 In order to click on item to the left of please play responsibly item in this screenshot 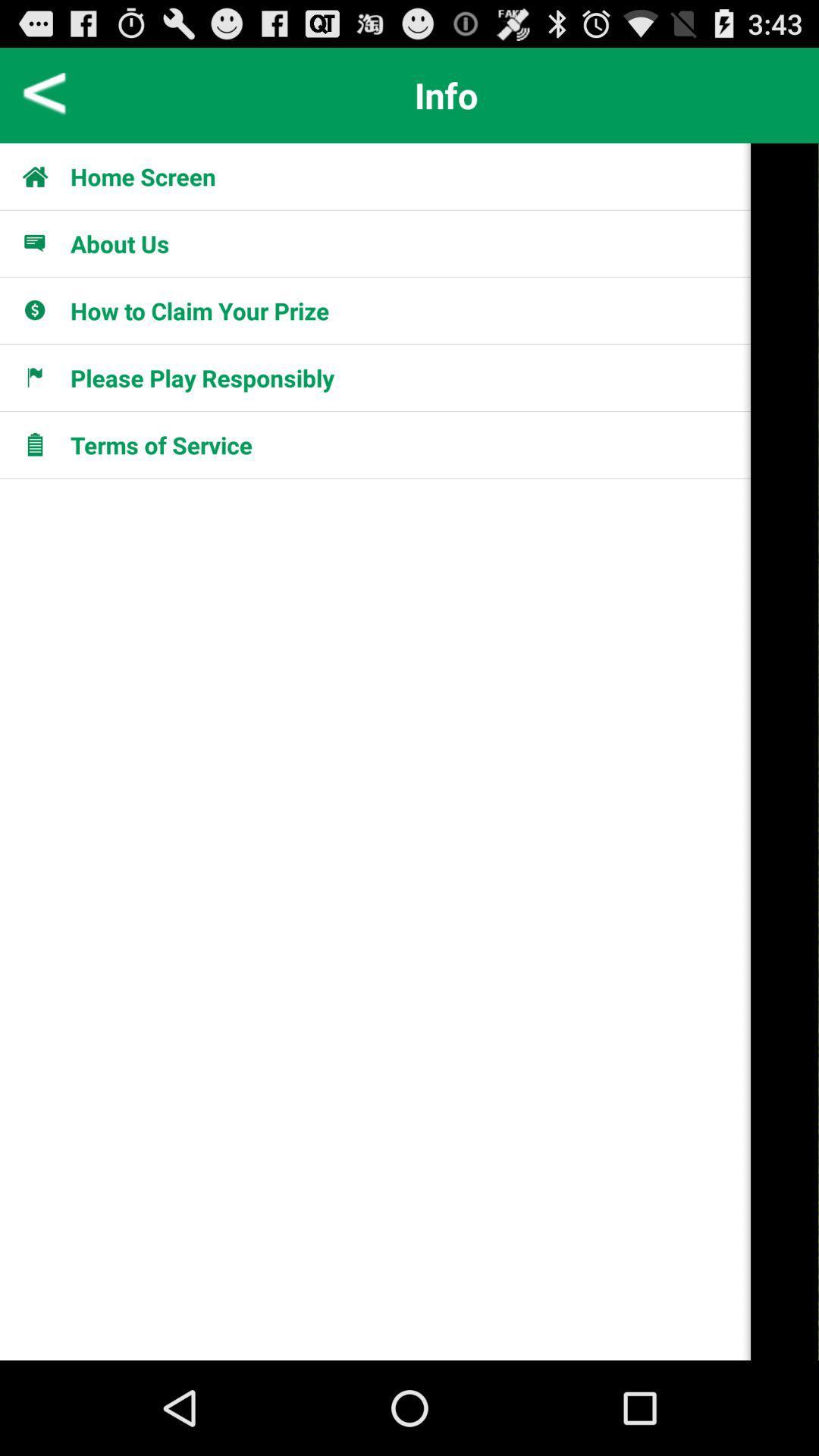, I will do `click(42, 378)`.